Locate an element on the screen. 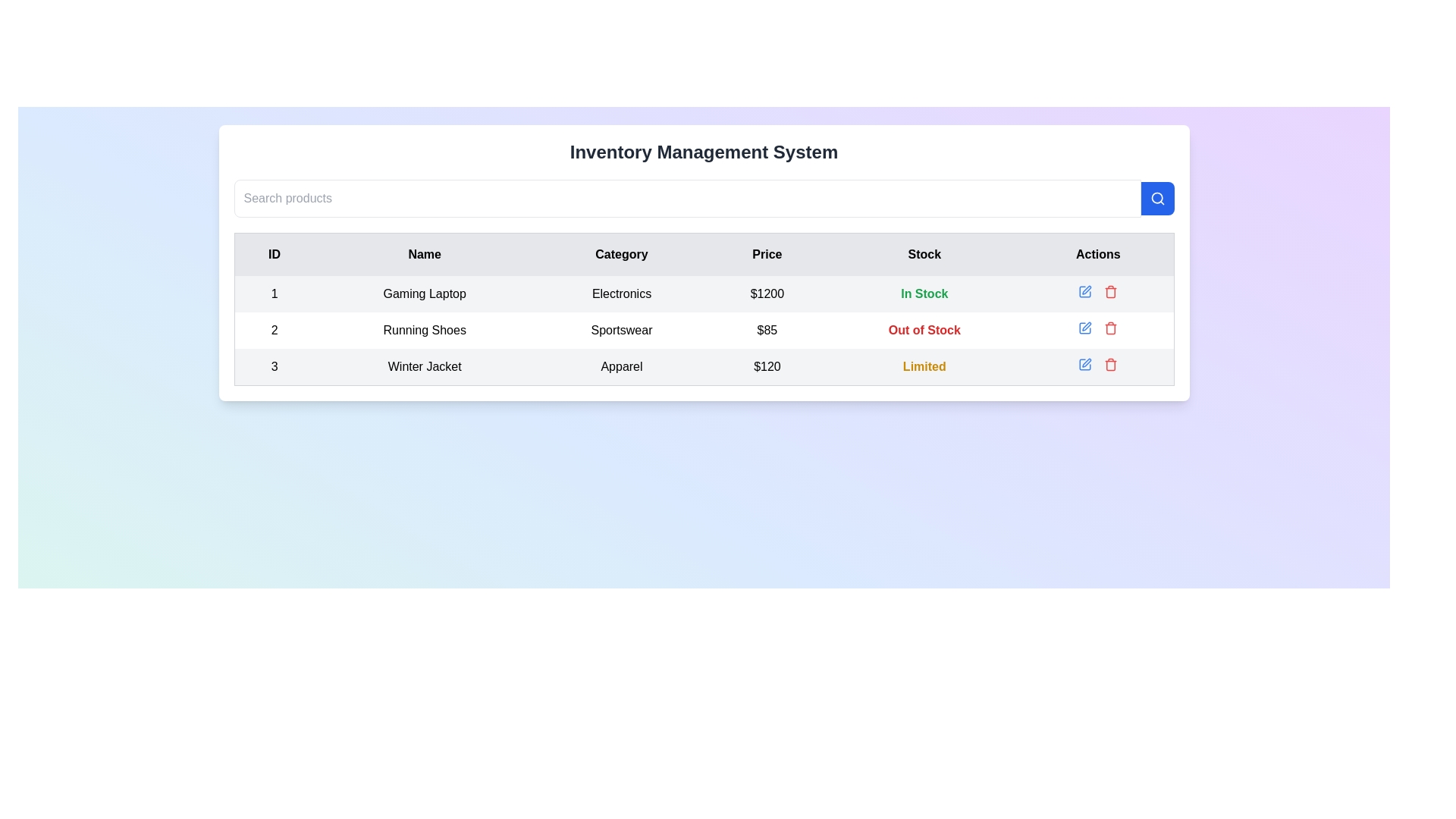 This screenshot has width=1456, height=819. the SVG icon representing the square outline with a pen shape overlay in the 'Actions' column of the third row for 'Winter Jacket' to enhance accessibility tools is located at coordinates (1084, 365).